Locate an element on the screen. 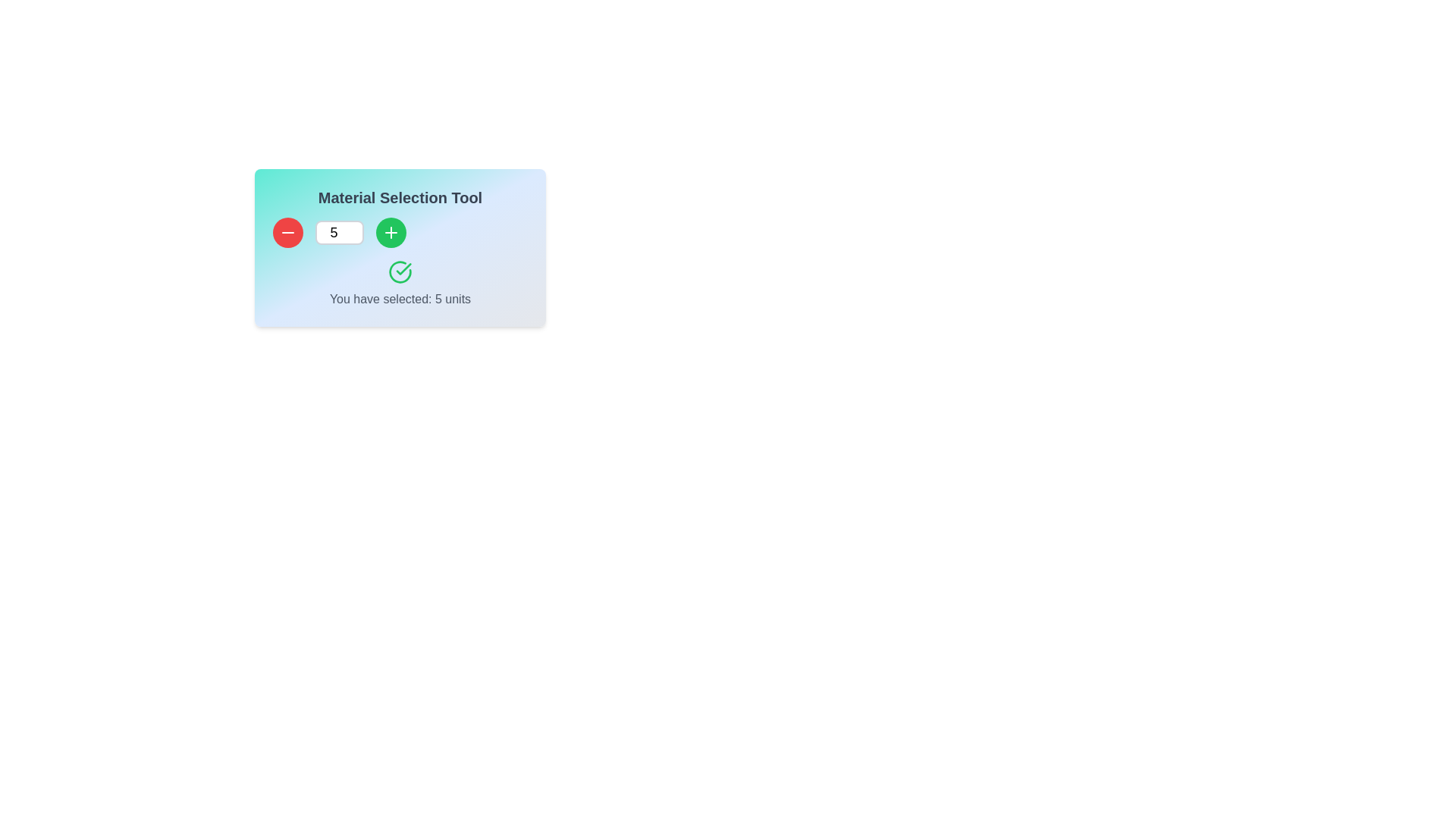  the numeric input box displaying the value '5', which is located centrally between a red minus button and a green plus button is located at coordinates (338, 233).